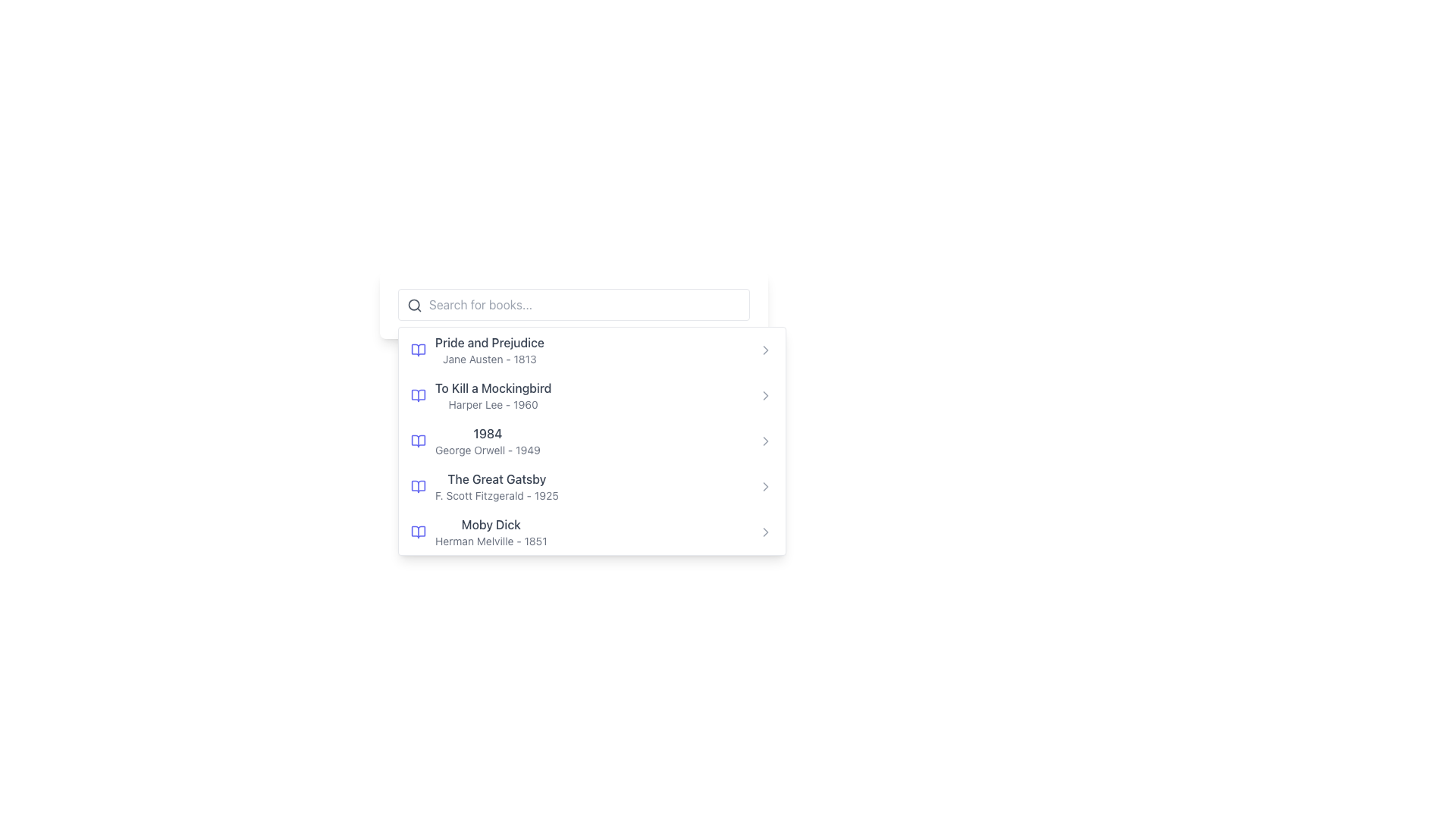 The width and height of the screenshot is (1456, 819). Describe the element at coordinates (591, 532) in the screenshot. I see `the fifth list item titled 'Moby Dick' in the dropdown menu` at that location.